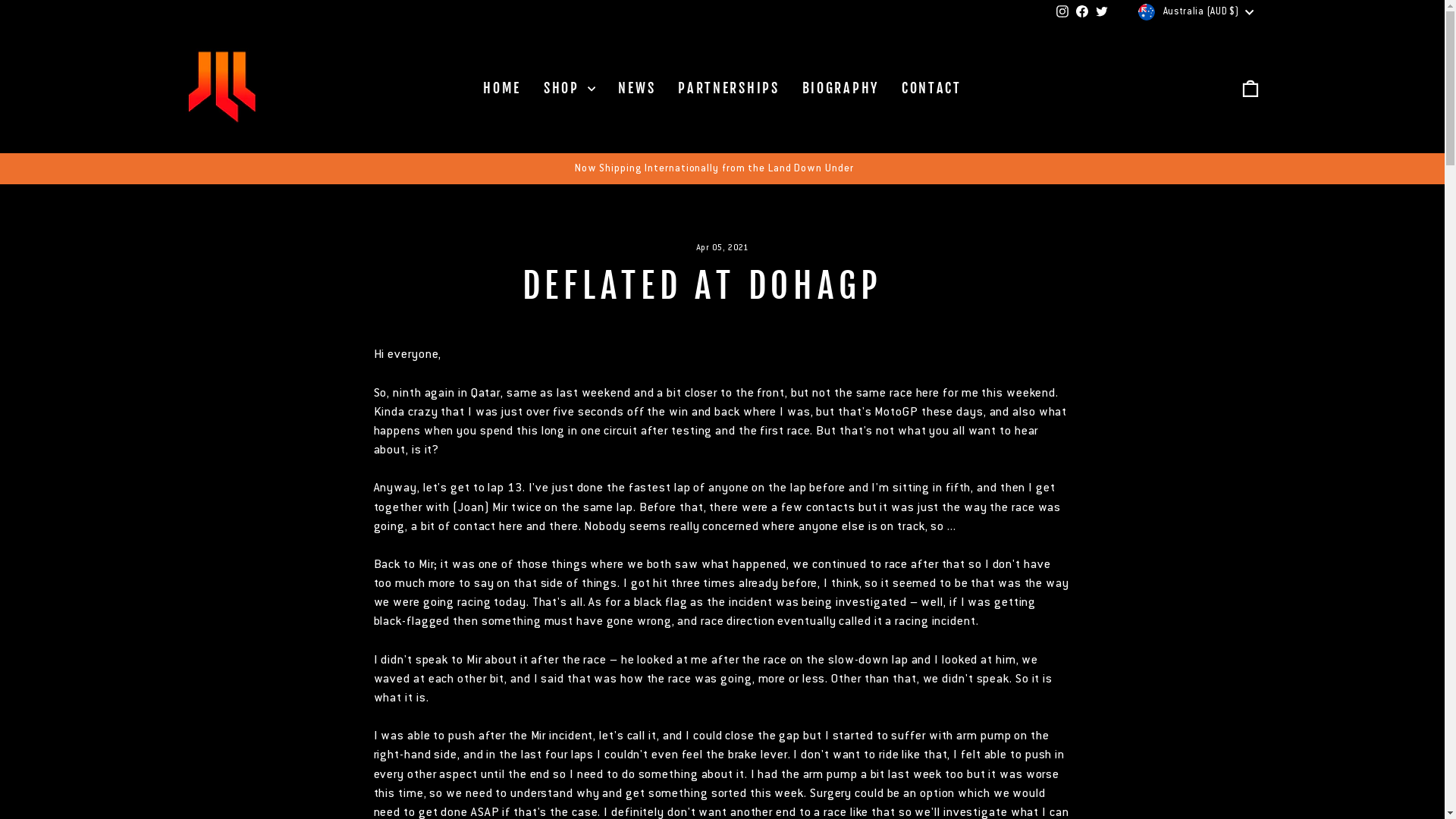 The width and height of the screenshot is (1456, 819). I want to click on 'HOME', so click(502, 89).